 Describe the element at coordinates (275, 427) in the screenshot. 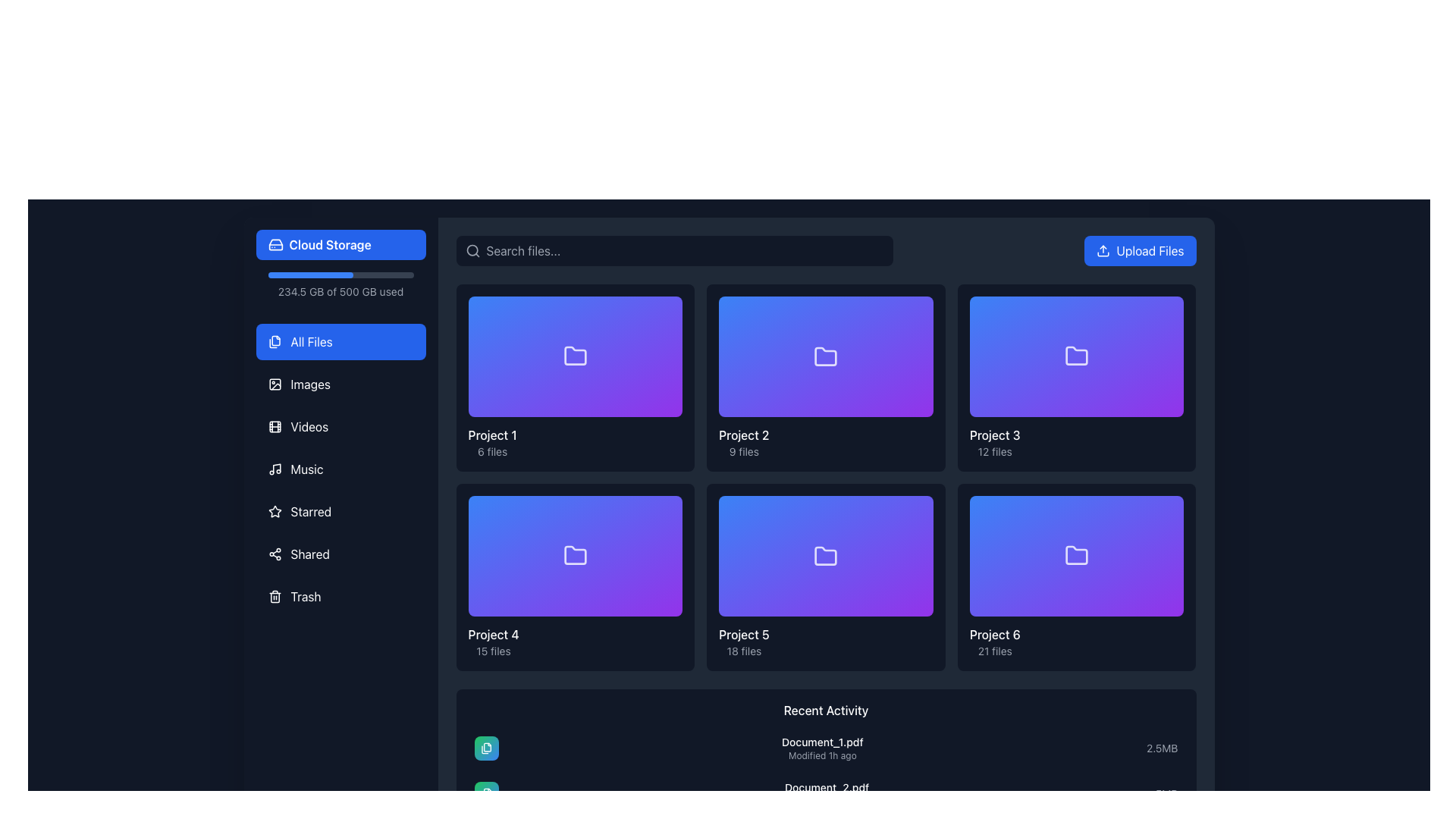

I see `the small rectangular frame with slightly rounded corners, which is part of an SVG icon resembling a film frame in the sidebar options` at that location.